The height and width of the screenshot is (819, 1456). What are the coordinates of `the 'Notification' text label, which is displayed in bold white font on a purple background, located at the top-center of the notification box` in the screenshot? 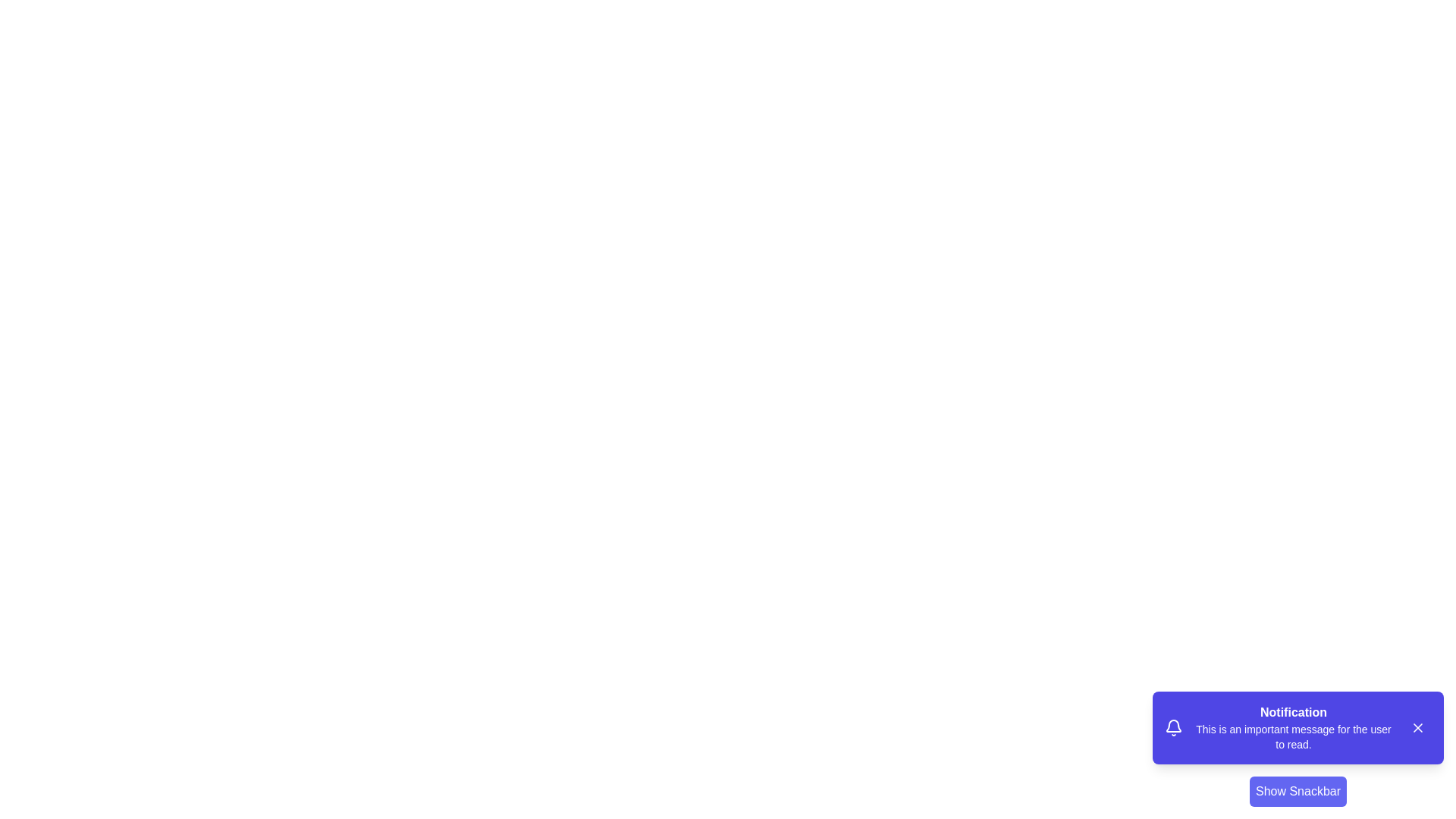 It's located at (1292, 713).